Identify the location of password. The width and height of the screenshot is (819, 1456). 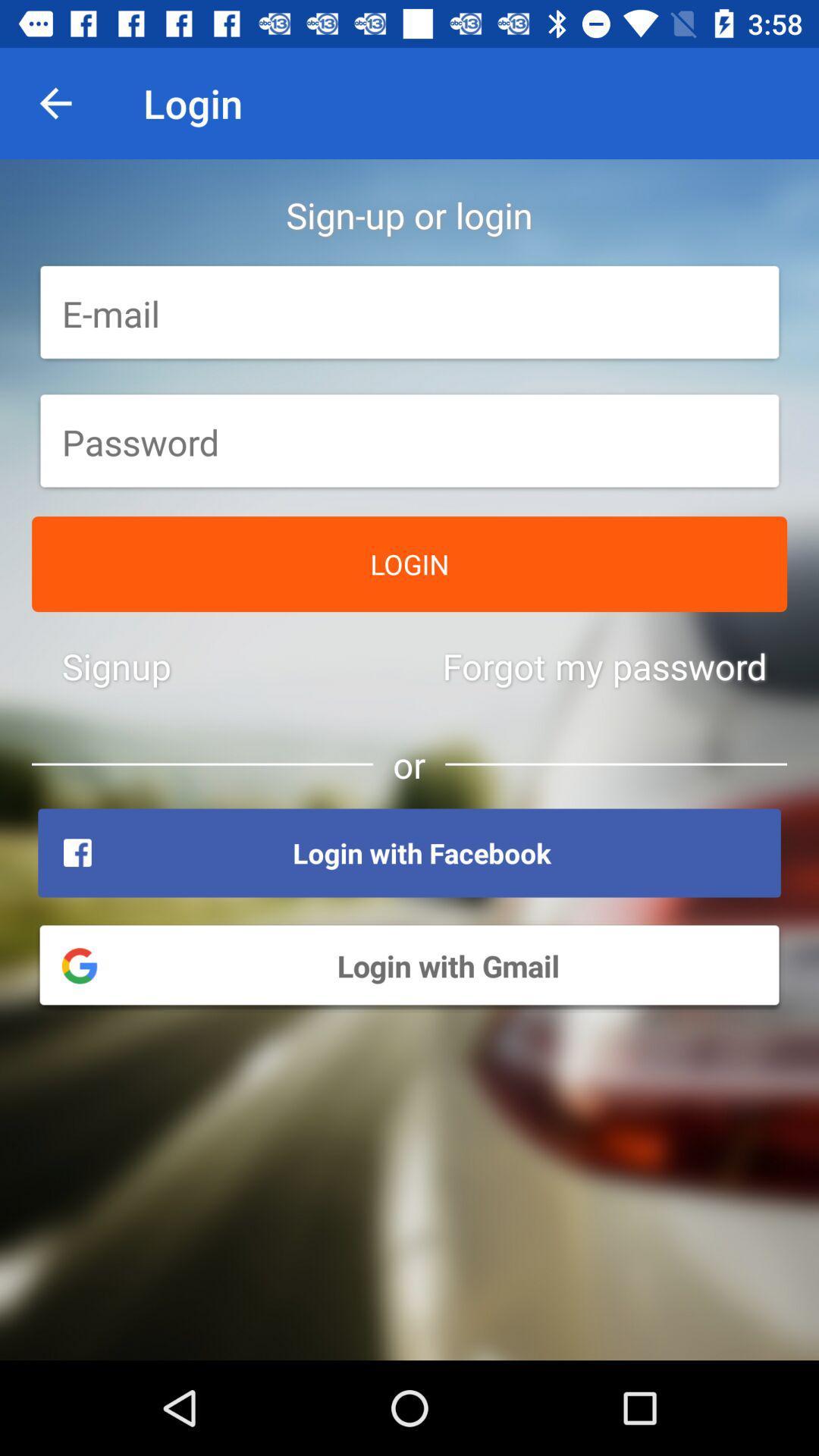
(409, 441).